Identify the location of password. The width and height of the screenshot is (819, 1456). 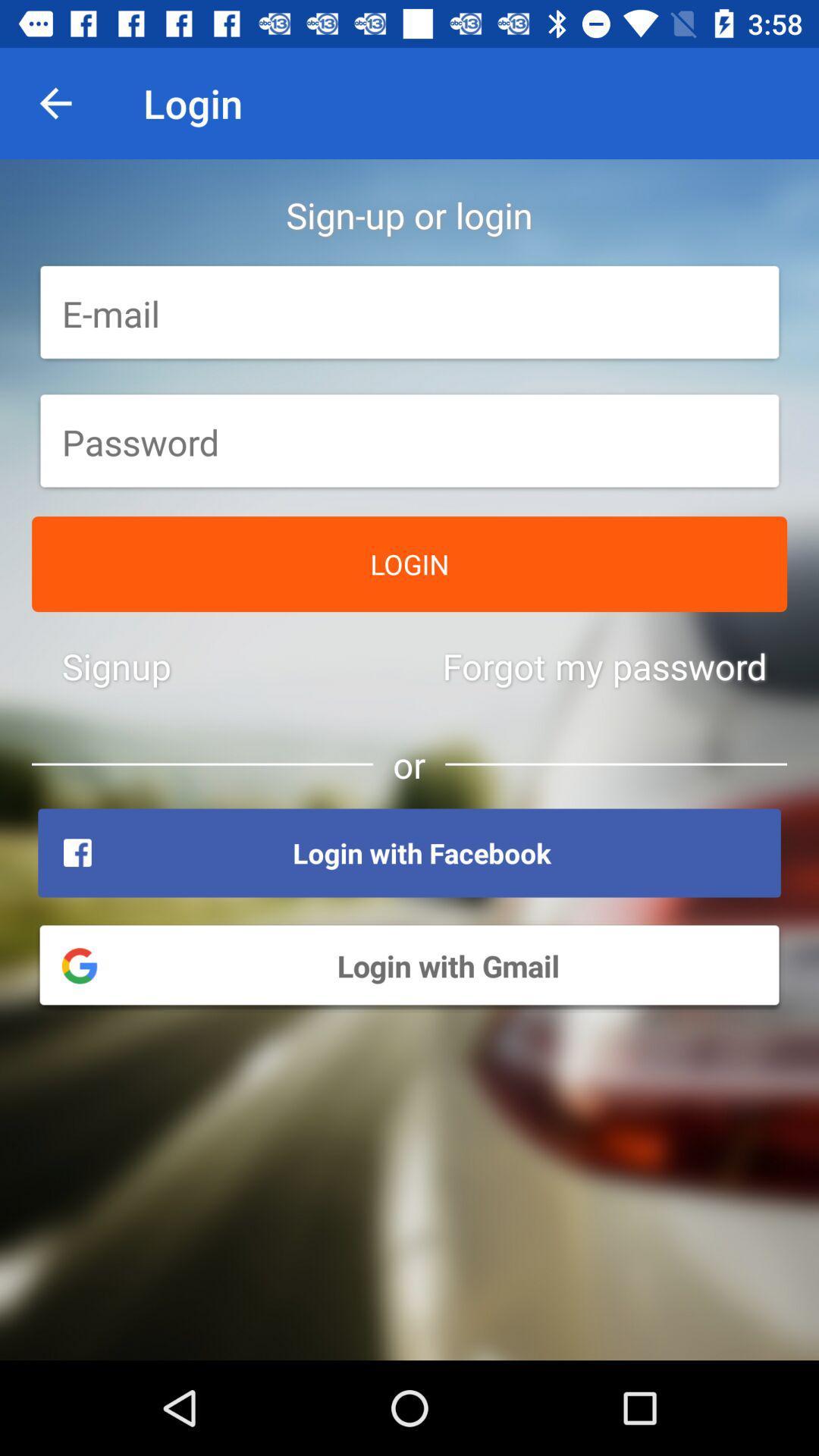
(409, 441).